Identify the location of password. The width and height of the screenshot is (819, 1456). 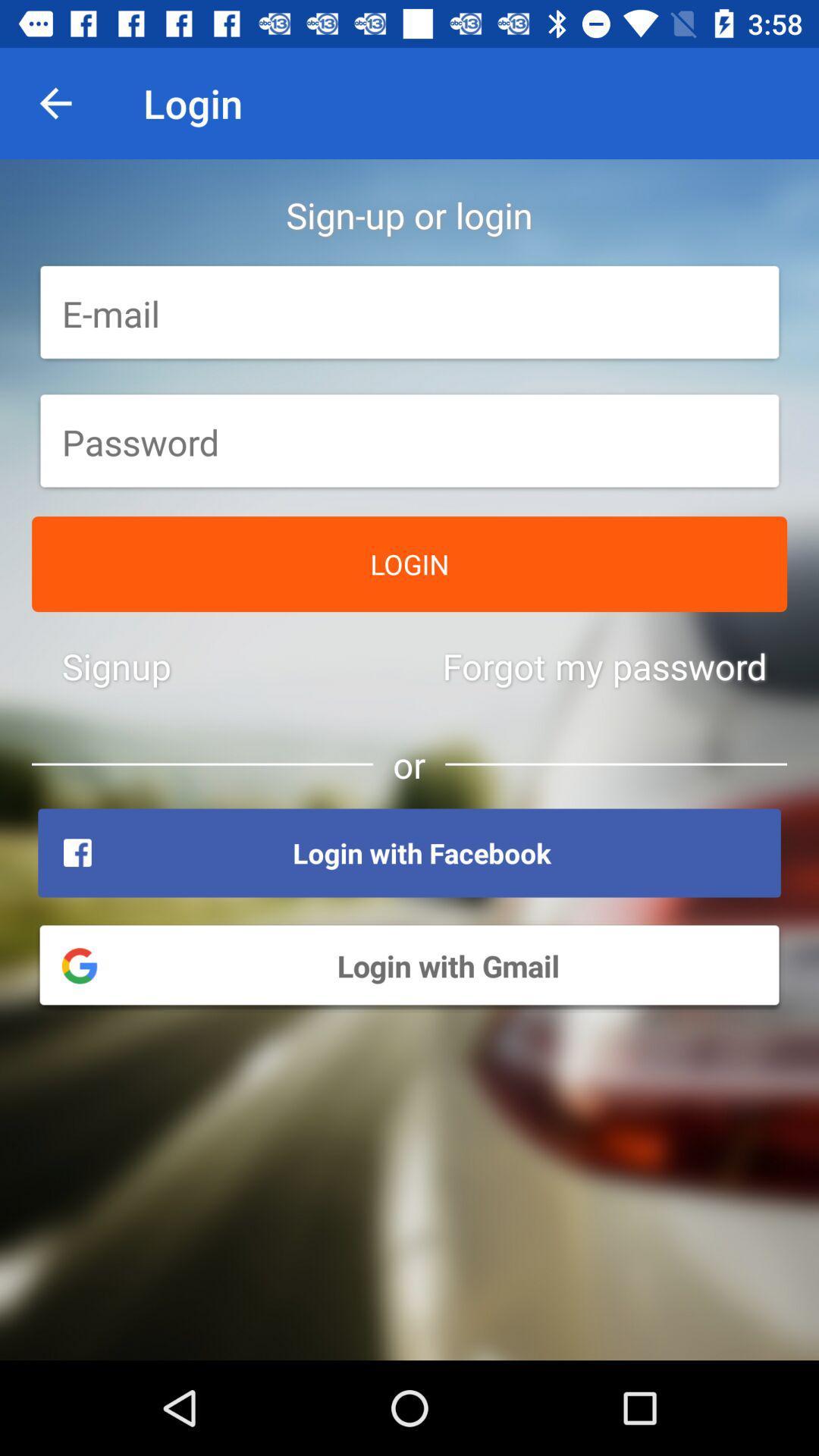
(409, 441).